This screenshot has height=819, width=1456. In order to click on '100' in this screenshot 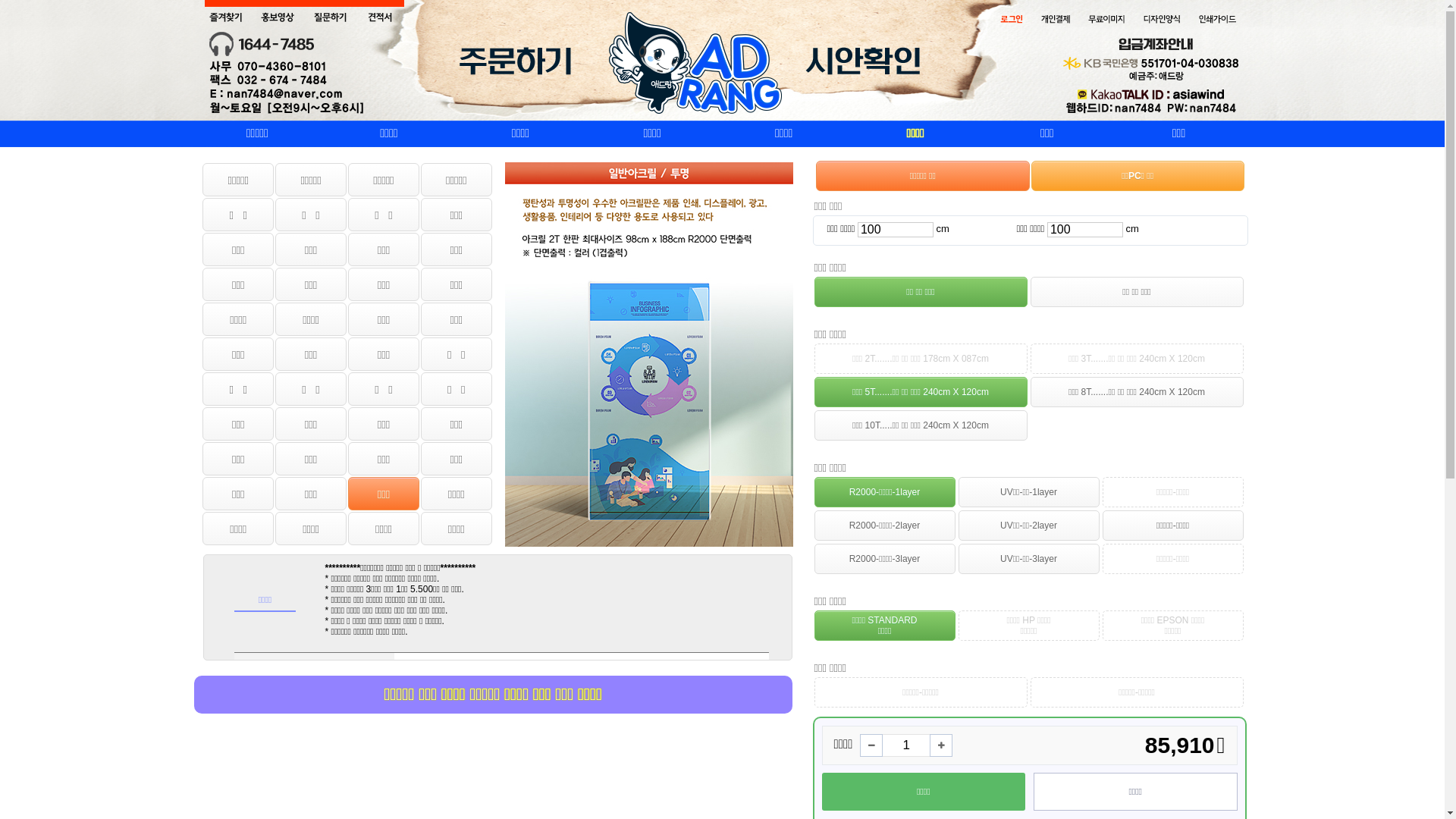, I will do `click(1084, 230)`.